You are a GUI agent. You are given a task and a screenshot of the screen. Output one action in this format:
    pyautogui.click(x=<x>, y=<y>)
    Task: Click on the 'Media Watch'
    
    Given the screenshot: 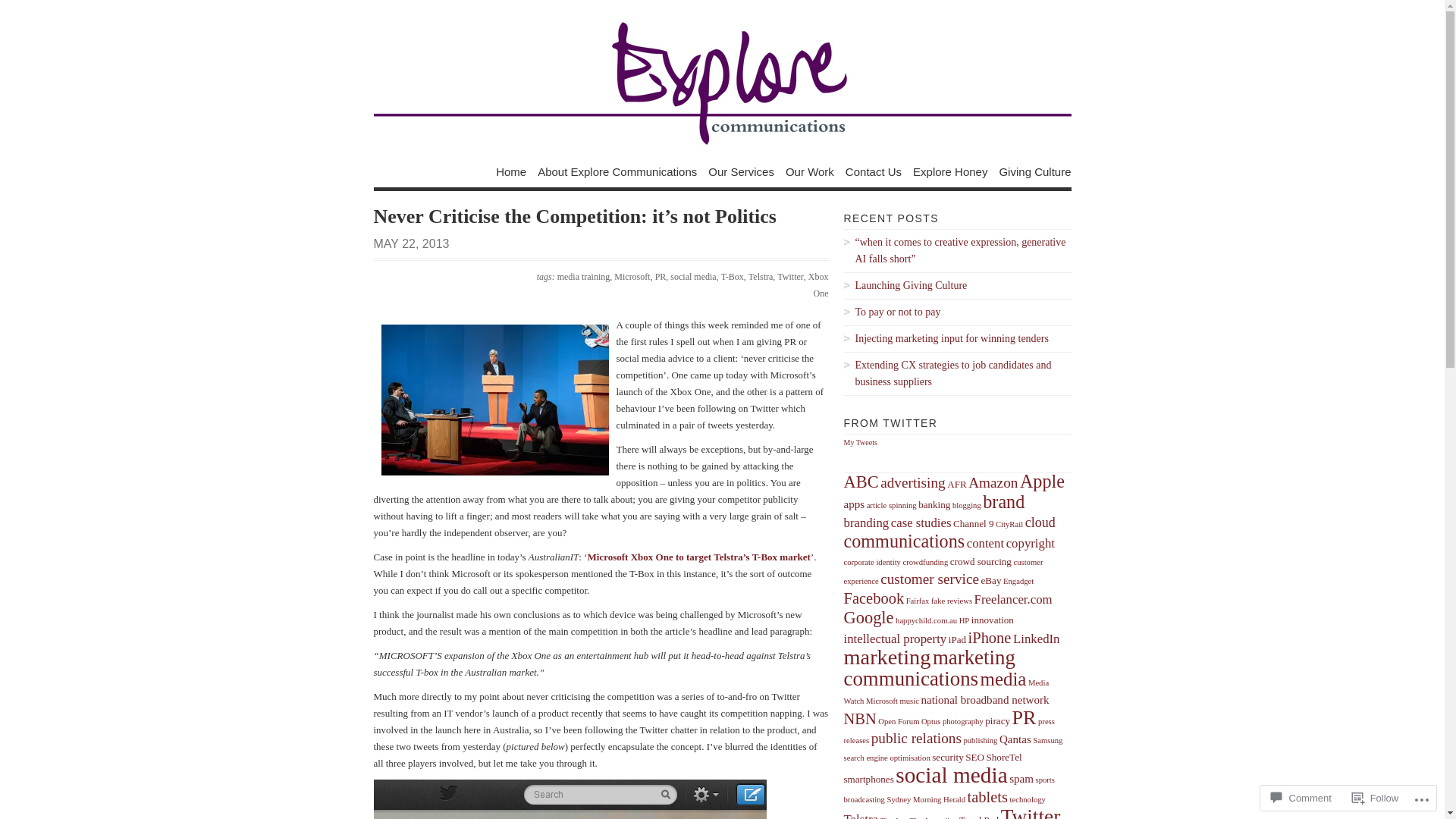 What is the action you would take?
    pyautogui.click(x=843, y=692)
    